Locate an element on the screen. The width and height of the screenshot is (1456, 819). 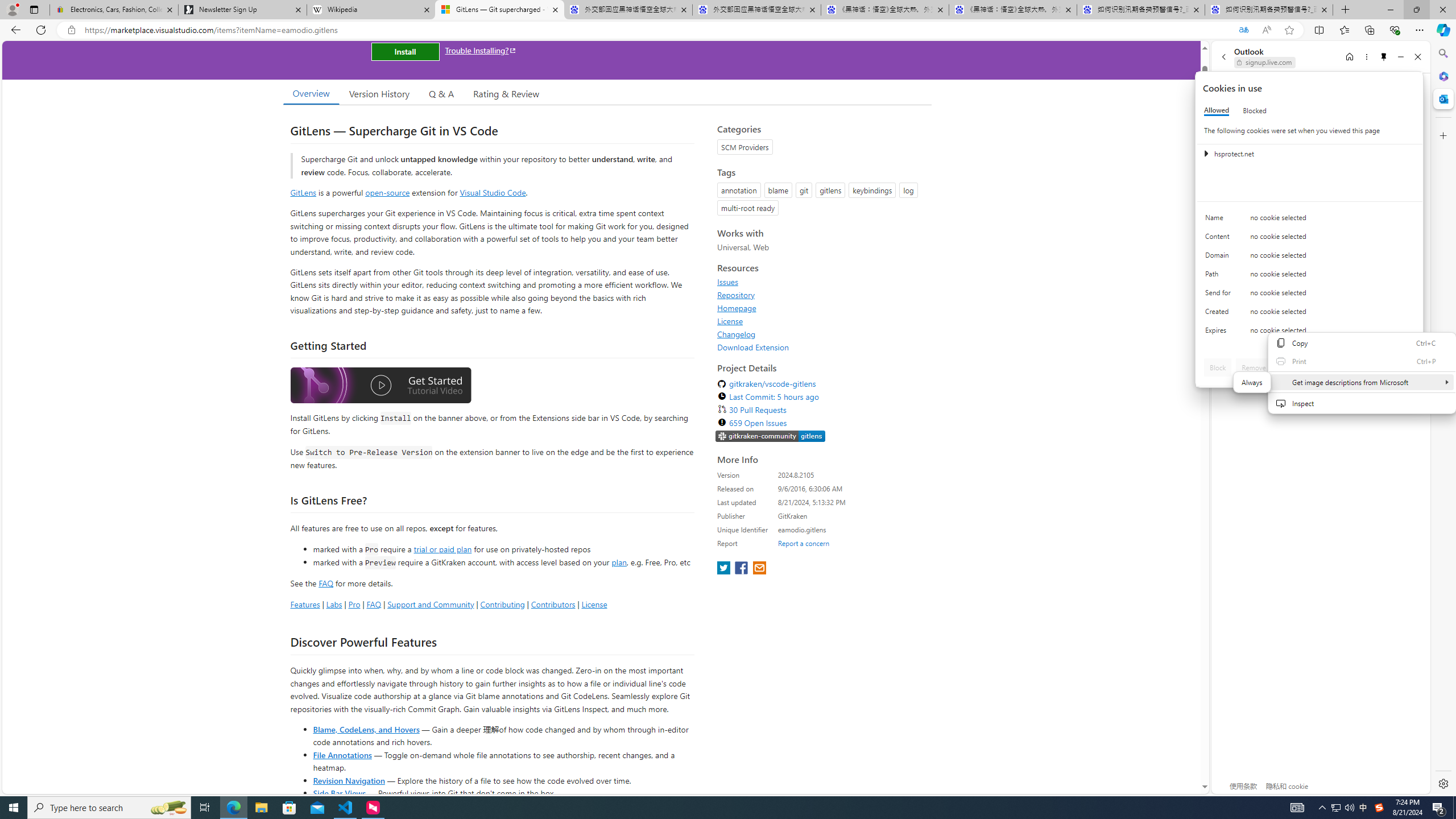
'Block' is located at coordinates (1217, 367).